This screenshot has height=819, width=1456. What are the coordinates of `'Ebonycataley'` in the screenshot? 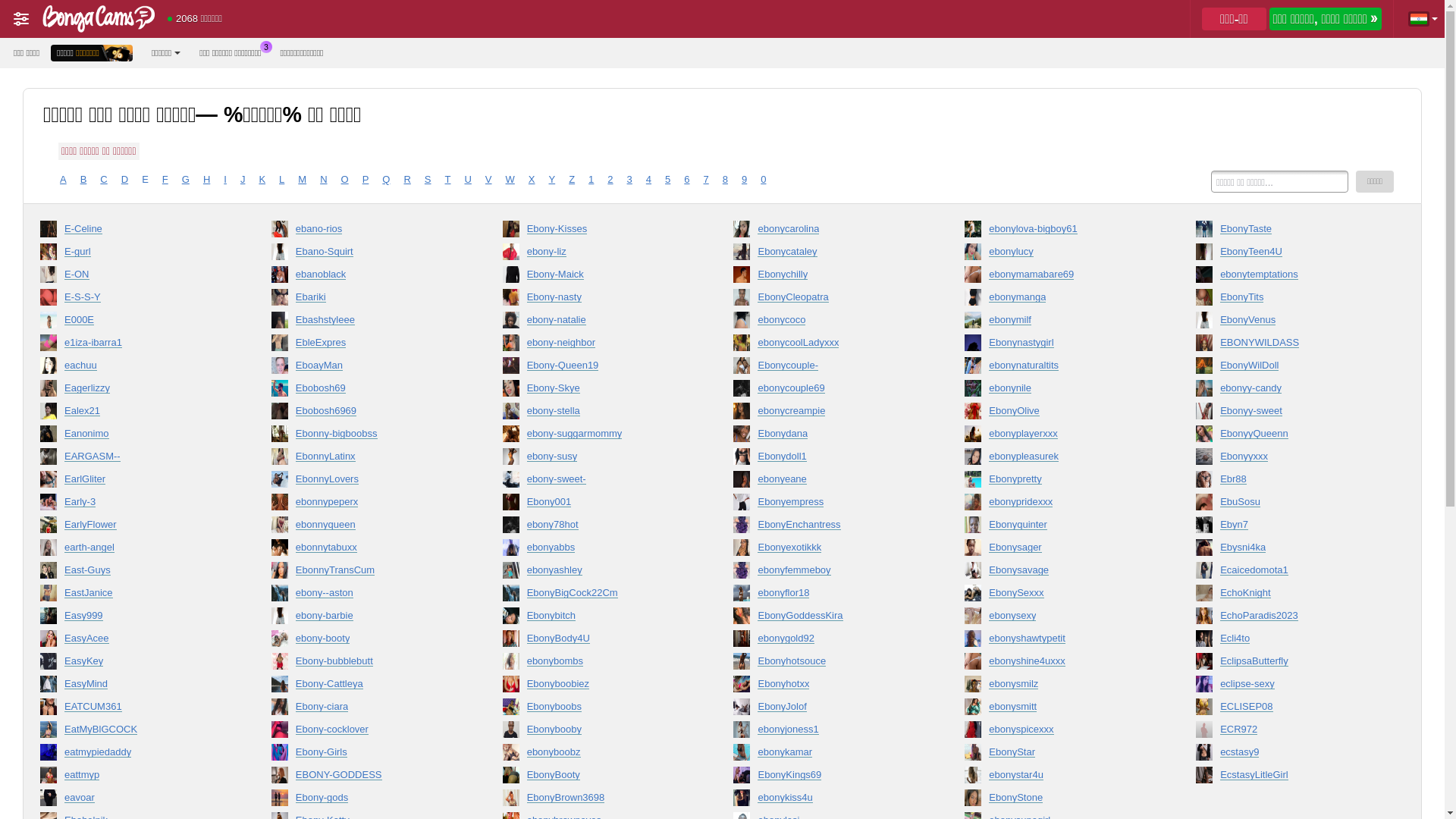 It's located at (826, 253).